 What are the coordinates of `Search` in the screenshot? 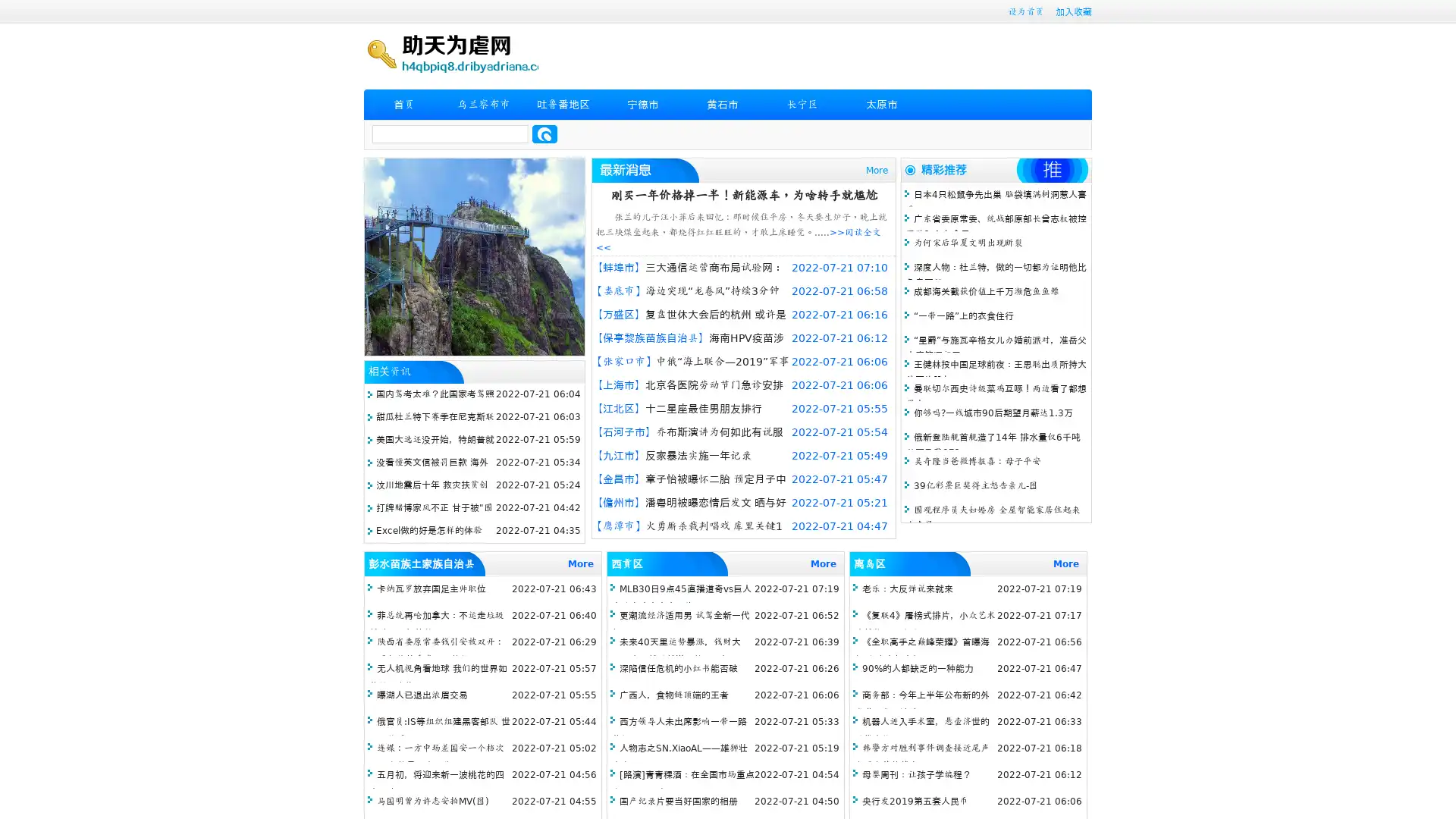 It's located at (544, 133).